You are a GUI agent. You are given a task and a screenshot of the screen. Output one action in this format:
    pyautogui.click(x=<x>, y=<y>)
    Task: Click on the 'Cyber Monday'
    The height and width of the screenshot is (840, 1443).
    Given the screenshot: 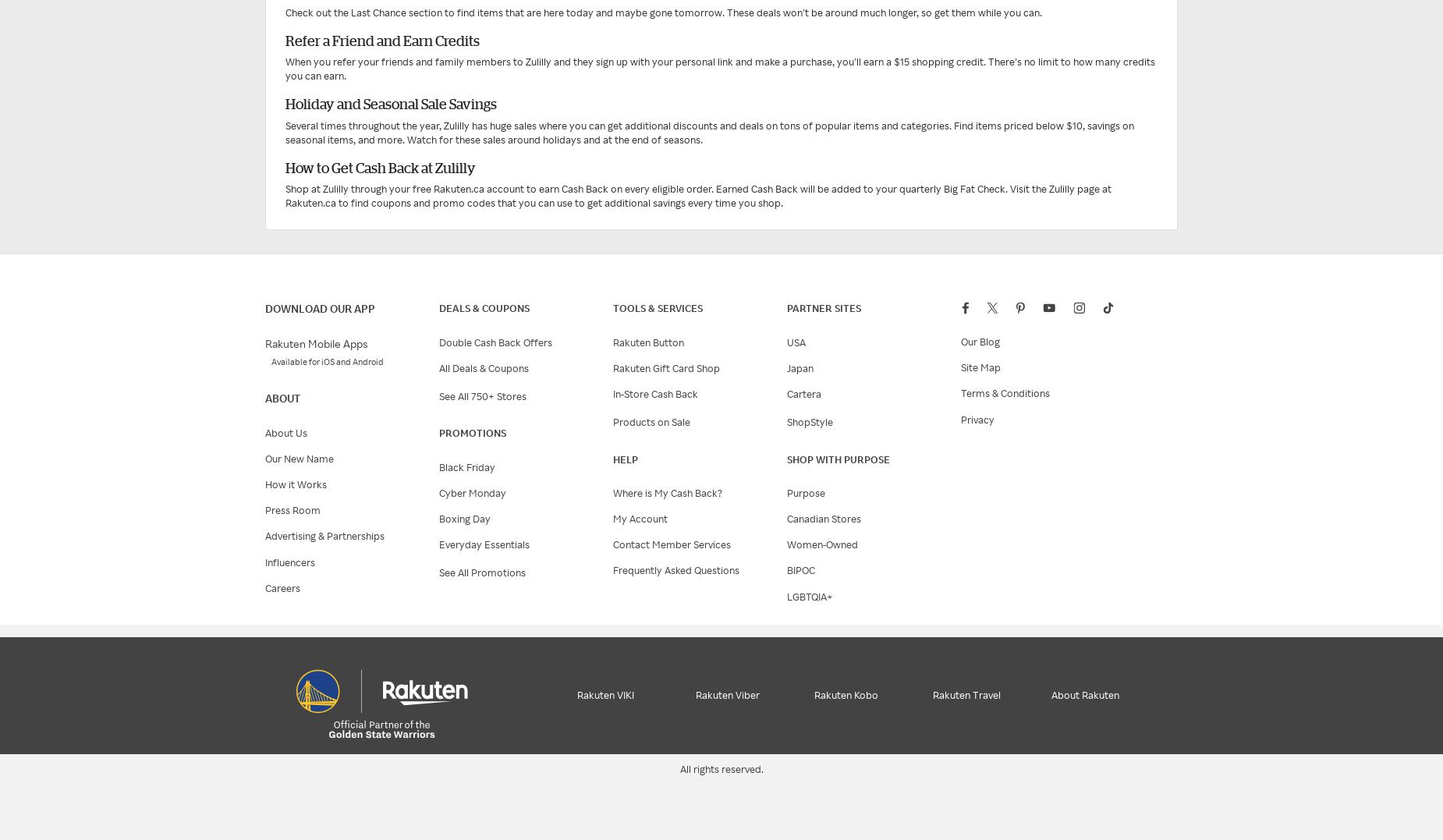 What is the action you would take?
    pyautogui.click(x=473, y=492)
    